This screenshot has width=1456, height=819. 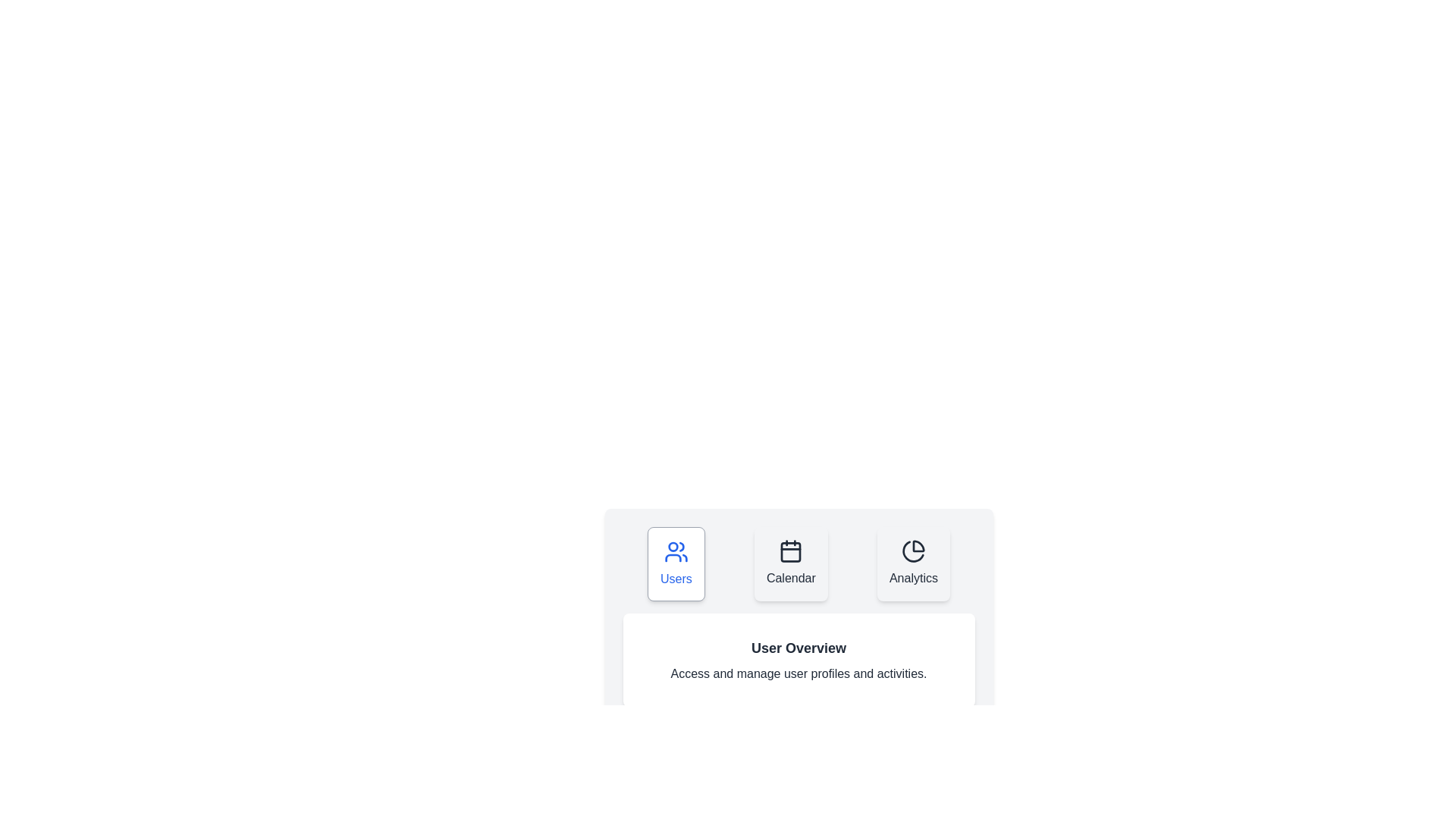 I want to click on the navigation label for the calendar feature, which is positioned below a calendar icon and between 'Users' and 'Analytics' in the interactive block, so click(x=790, y=579).